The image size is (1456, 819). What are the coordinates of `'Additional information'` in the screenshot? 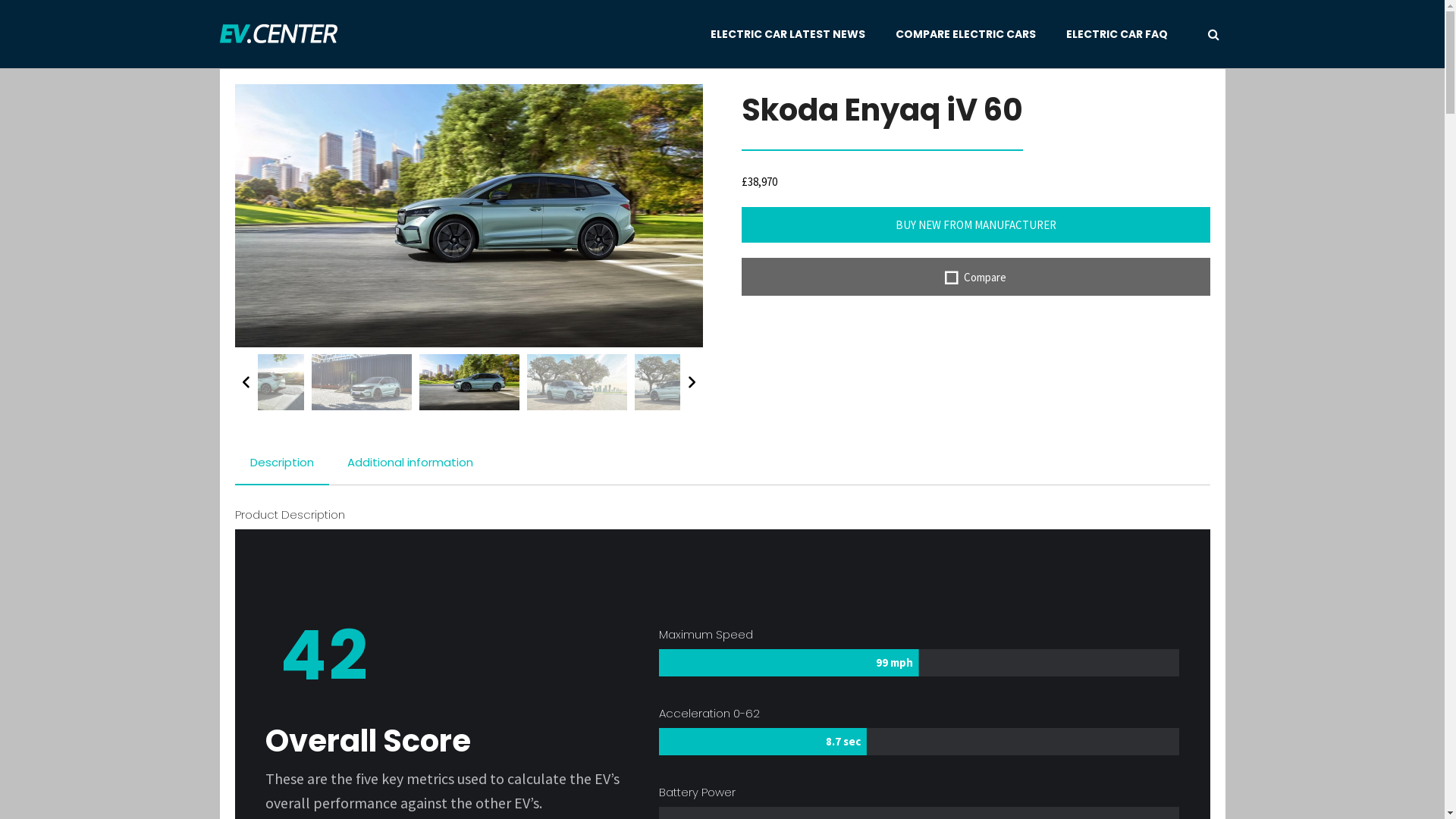 It's located at (410, 461).